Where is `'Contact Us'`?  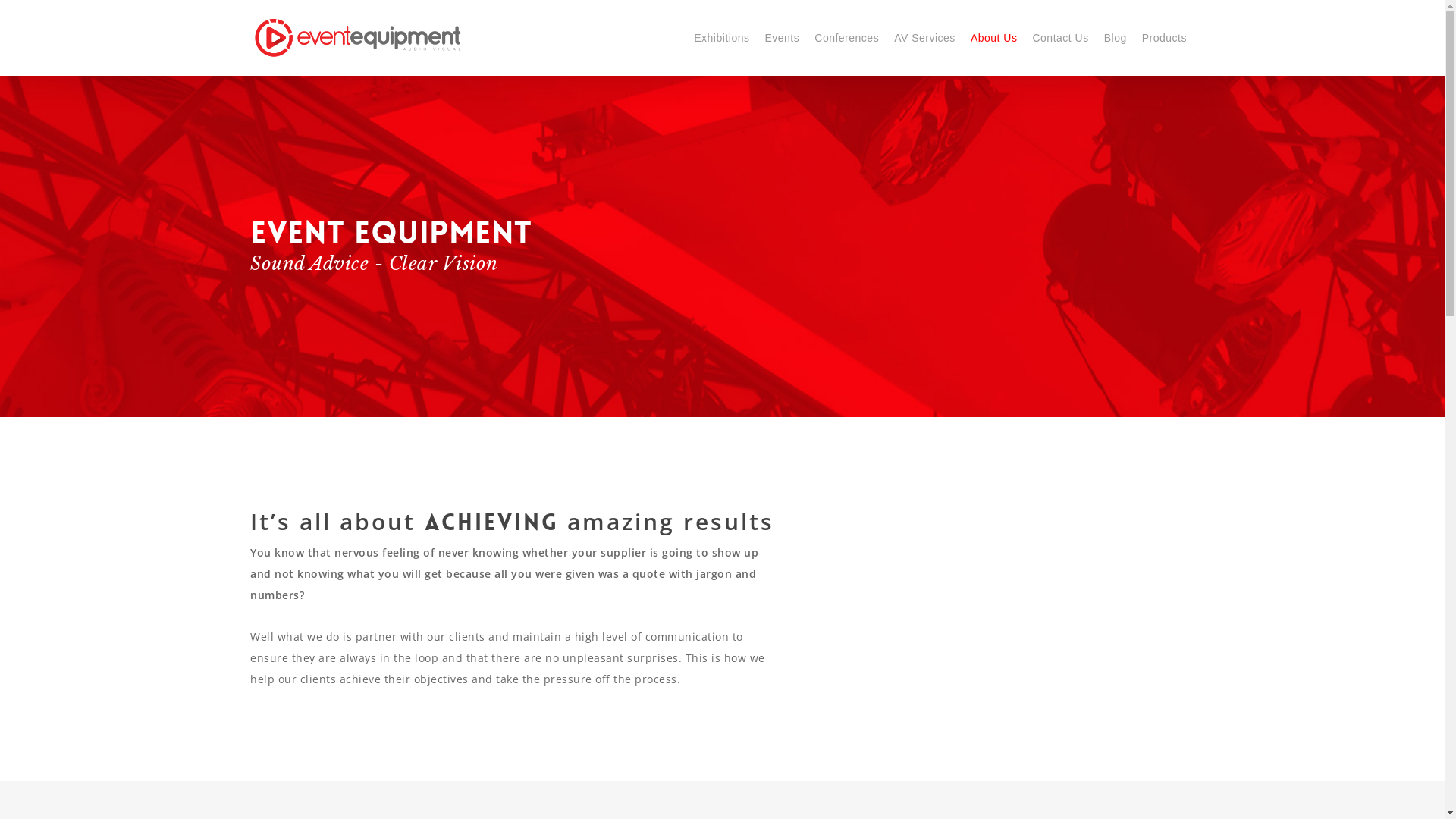 'Contact Us' is located at coordinates (1059, 37).